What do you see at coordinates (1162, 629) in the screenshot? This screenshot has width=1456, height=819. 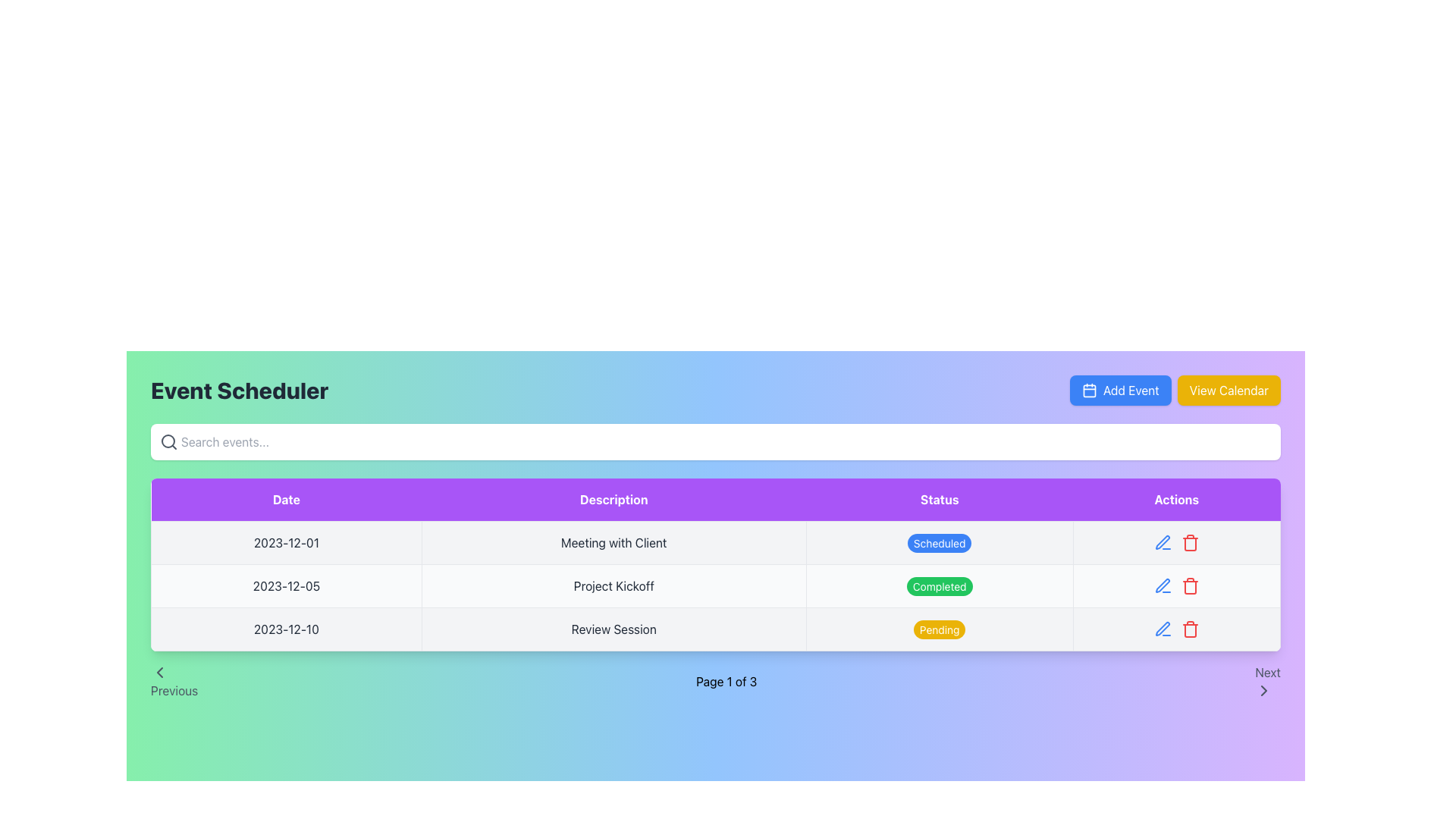 I see `the blue pen icon in the Actions column of the bottom row of the table` at bounding box center [1162, 629].